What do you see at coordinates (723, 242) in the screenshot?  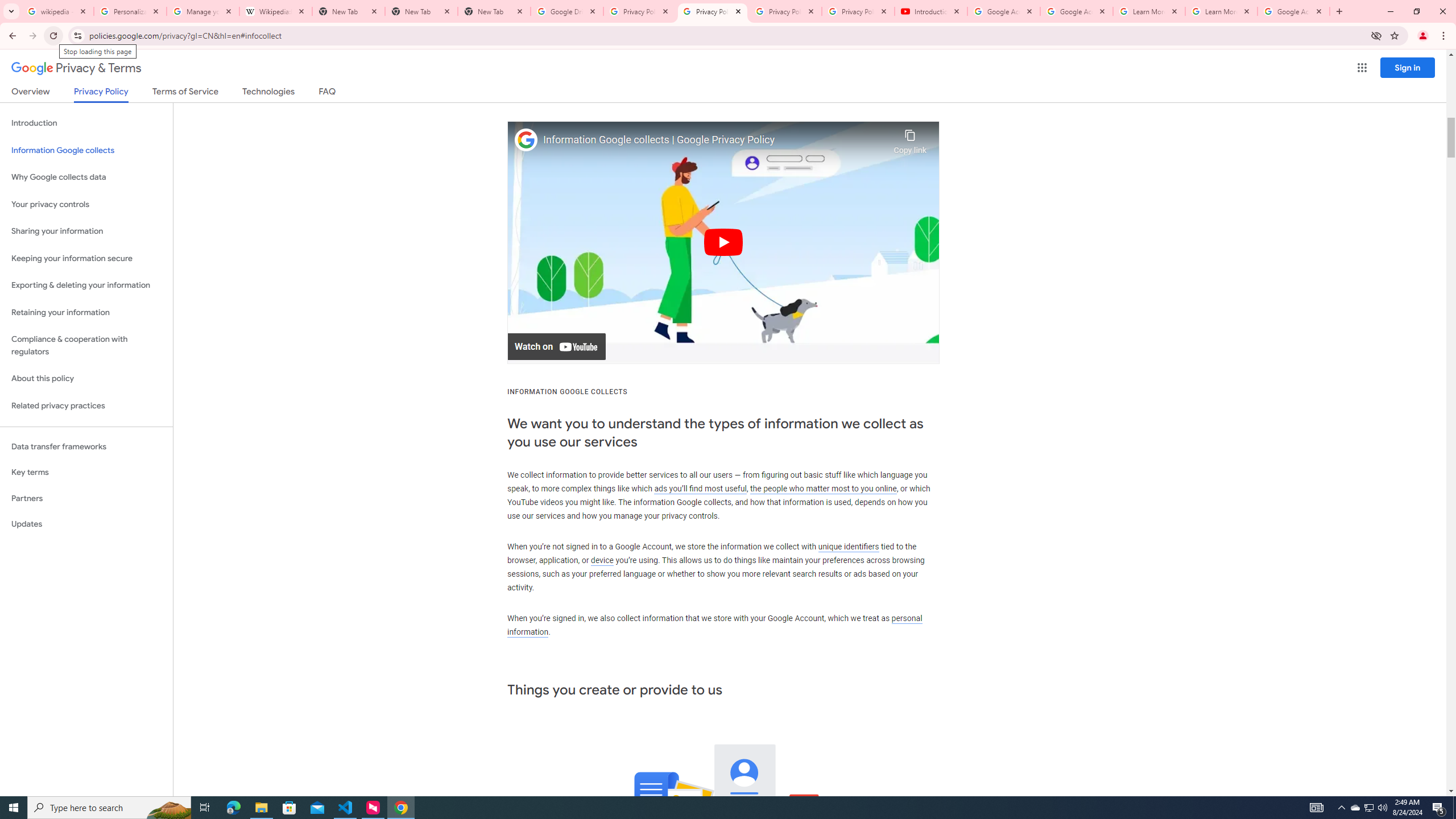 I see `'Play'` at bounding box center [723, 242].